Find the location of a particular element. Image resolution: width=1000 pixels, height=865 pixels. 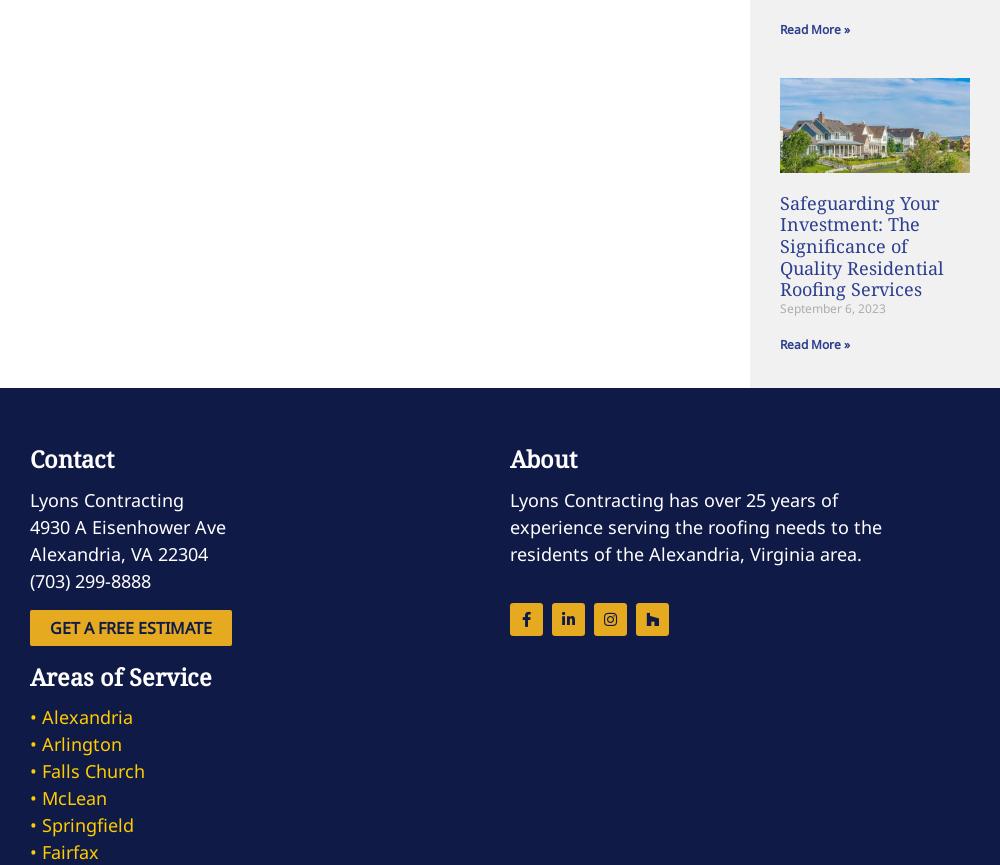

'September 6, 2023' is located at coordinates (780, 307).